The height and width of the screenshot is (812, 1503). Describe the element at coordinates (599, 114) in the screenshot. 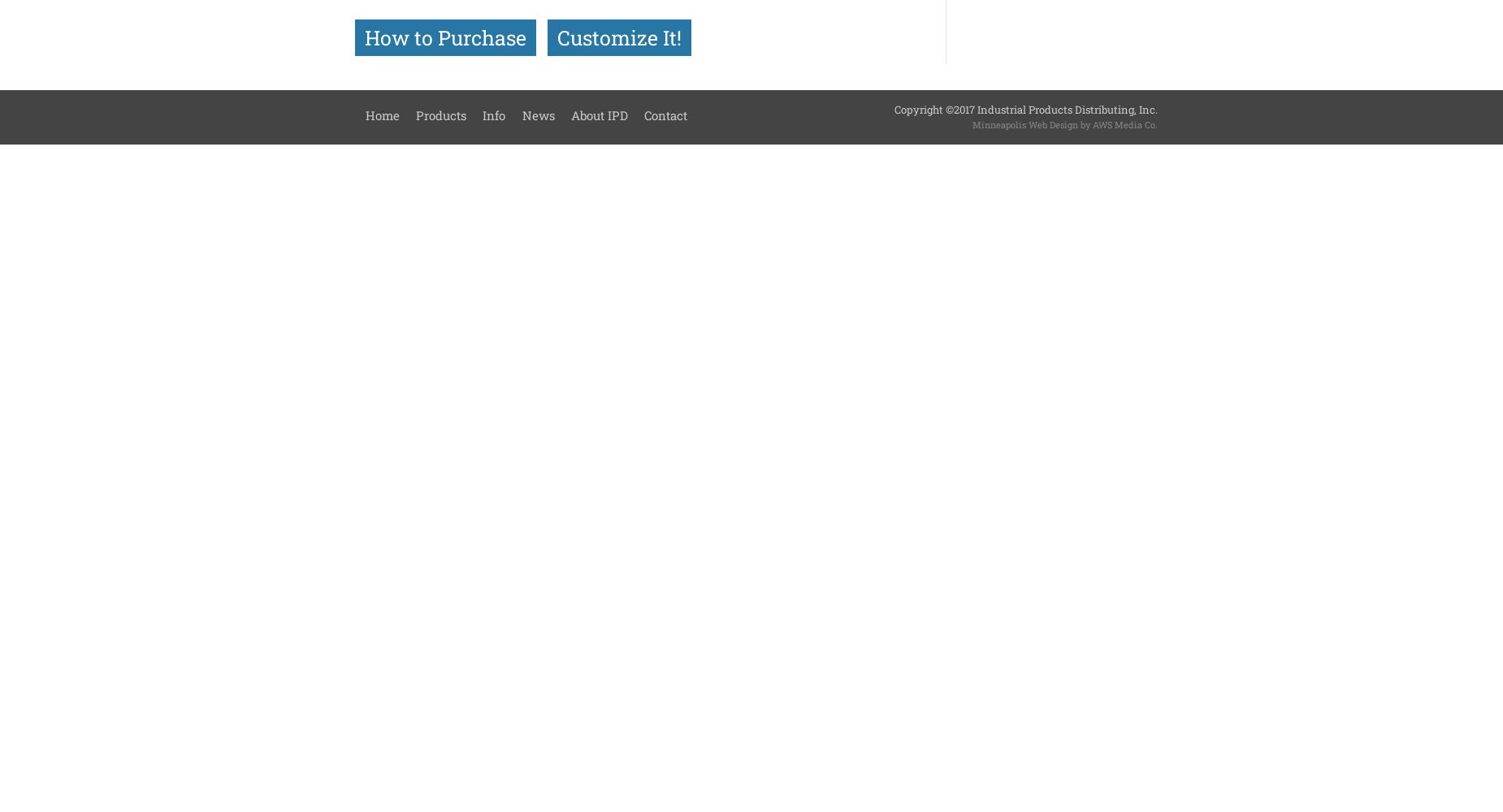

I see `'About IPD'` at that location.